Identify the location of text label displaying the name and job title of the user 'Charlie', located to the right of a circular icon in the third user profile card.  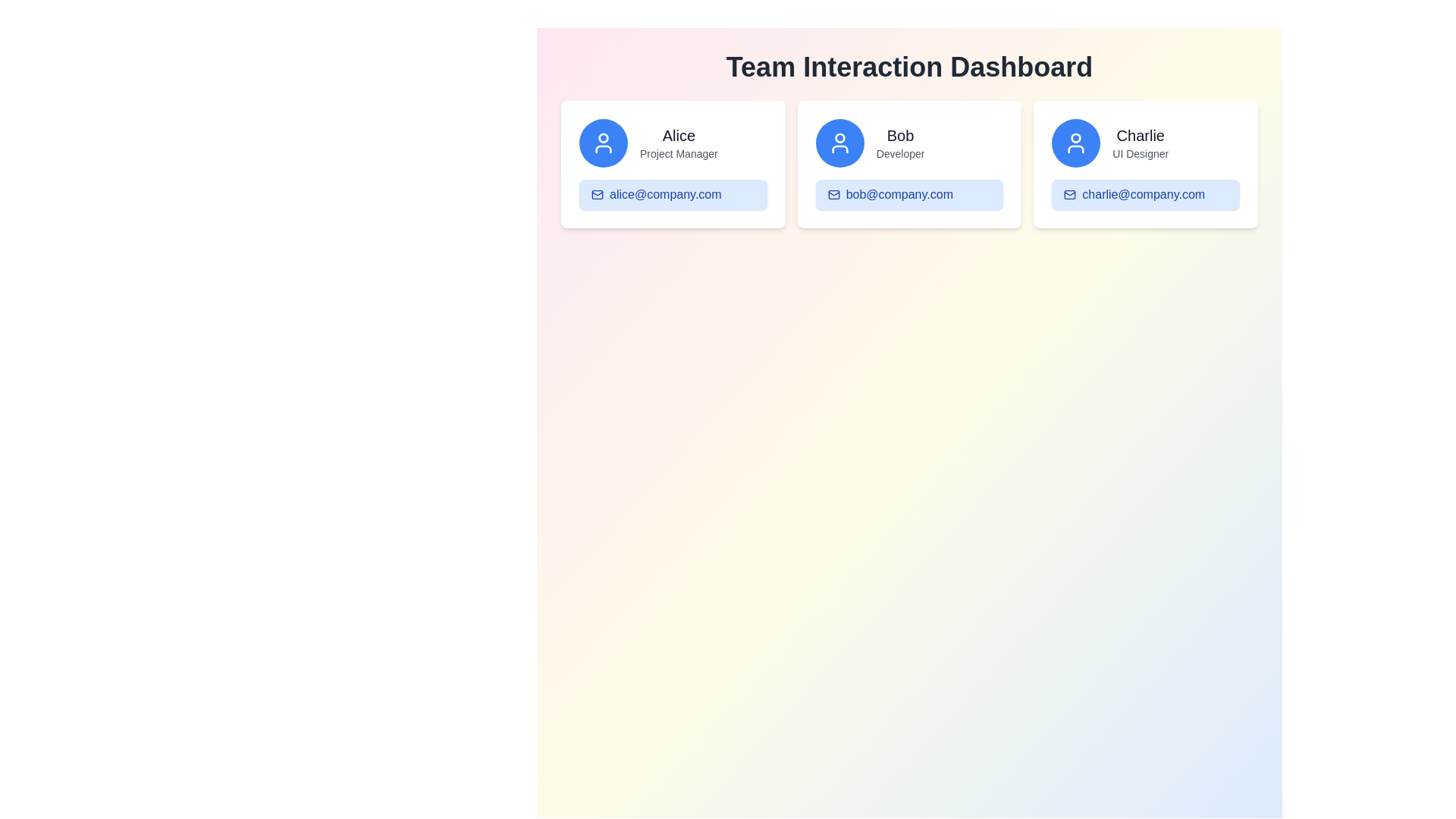
(1141, 143).